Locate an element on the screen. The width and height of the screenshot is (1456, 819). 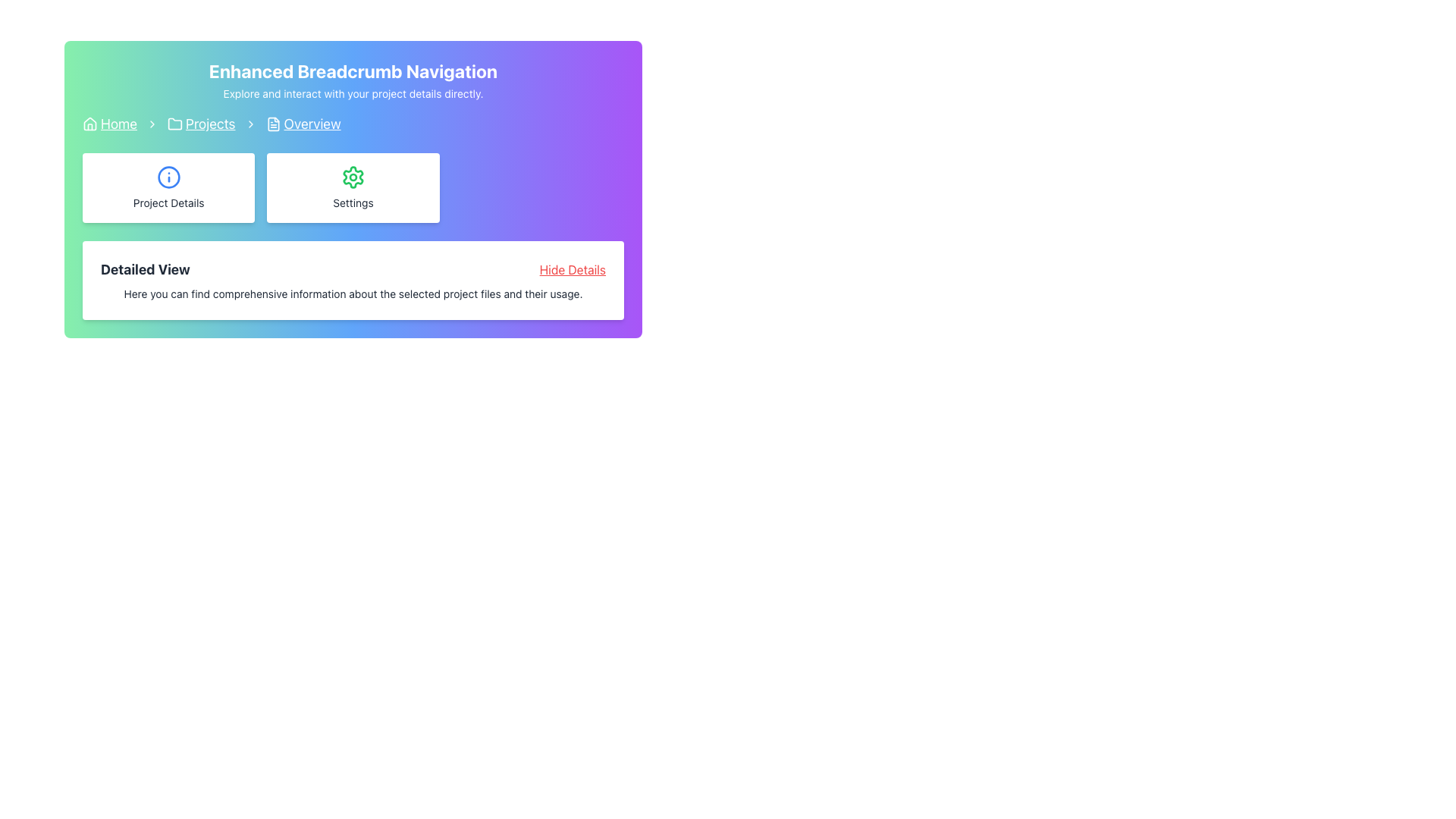
the 'Overview' hyperlink, which is a blue, underlined text positioned in the breadcrumb navigation bar after the 'Projects' link and document icon is located at coordinates (312, 124).